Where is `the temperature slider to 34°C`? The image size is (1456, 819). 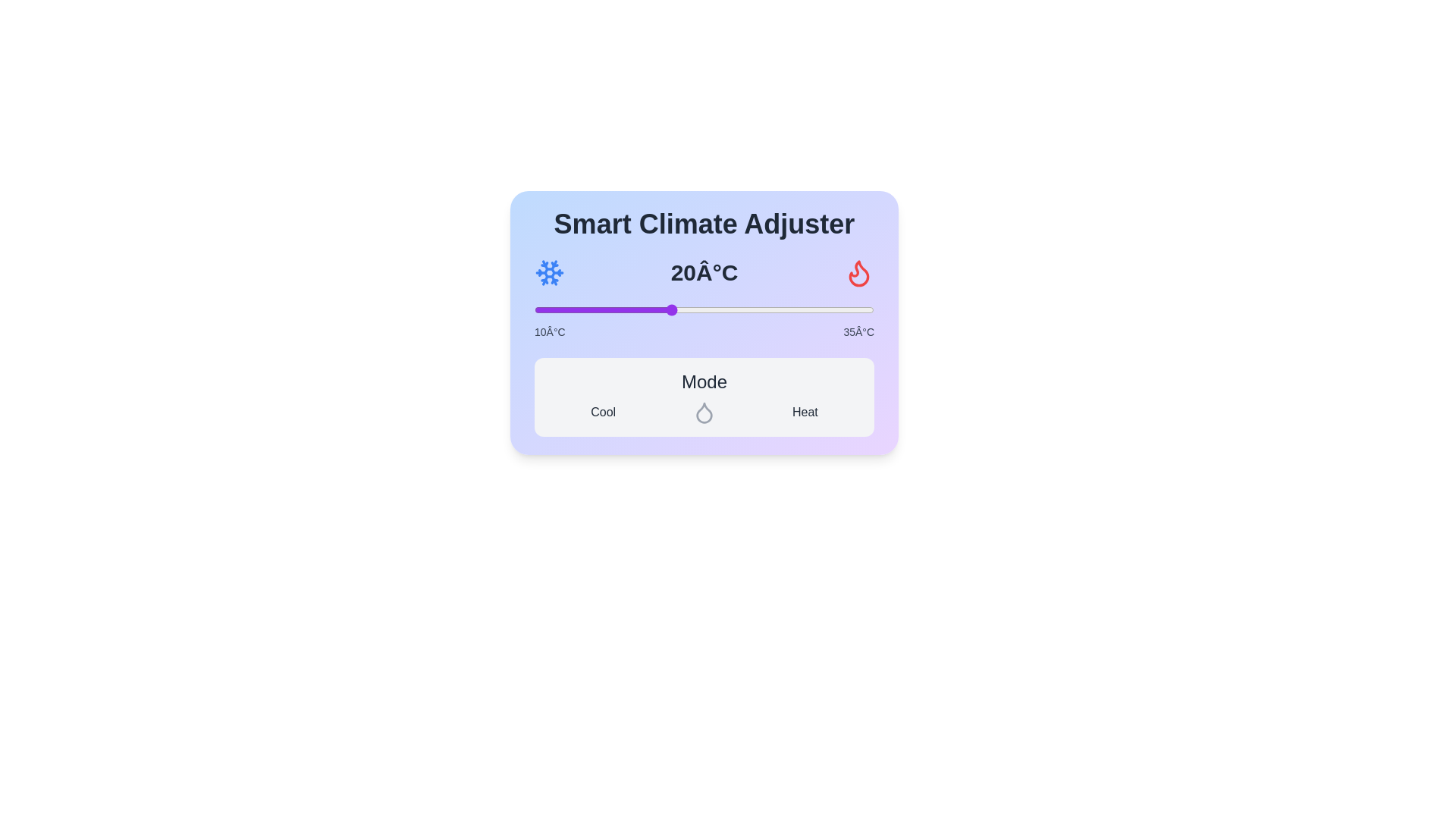 the temperature slider to 34°C is located at coordinates (861, 309).